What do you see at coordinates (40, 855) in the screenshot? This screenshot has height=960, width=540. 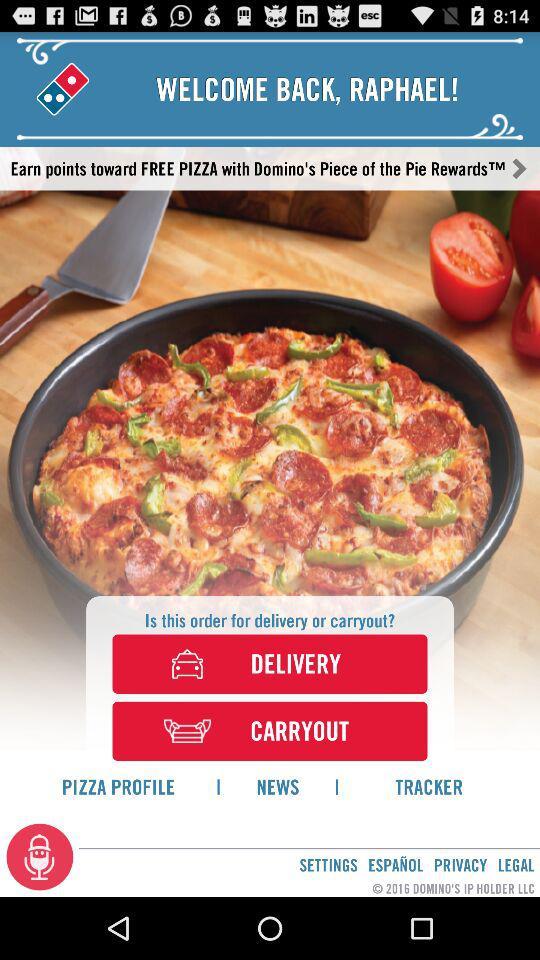 I see `icon next to settings icon` at bounding box center [40, 855].